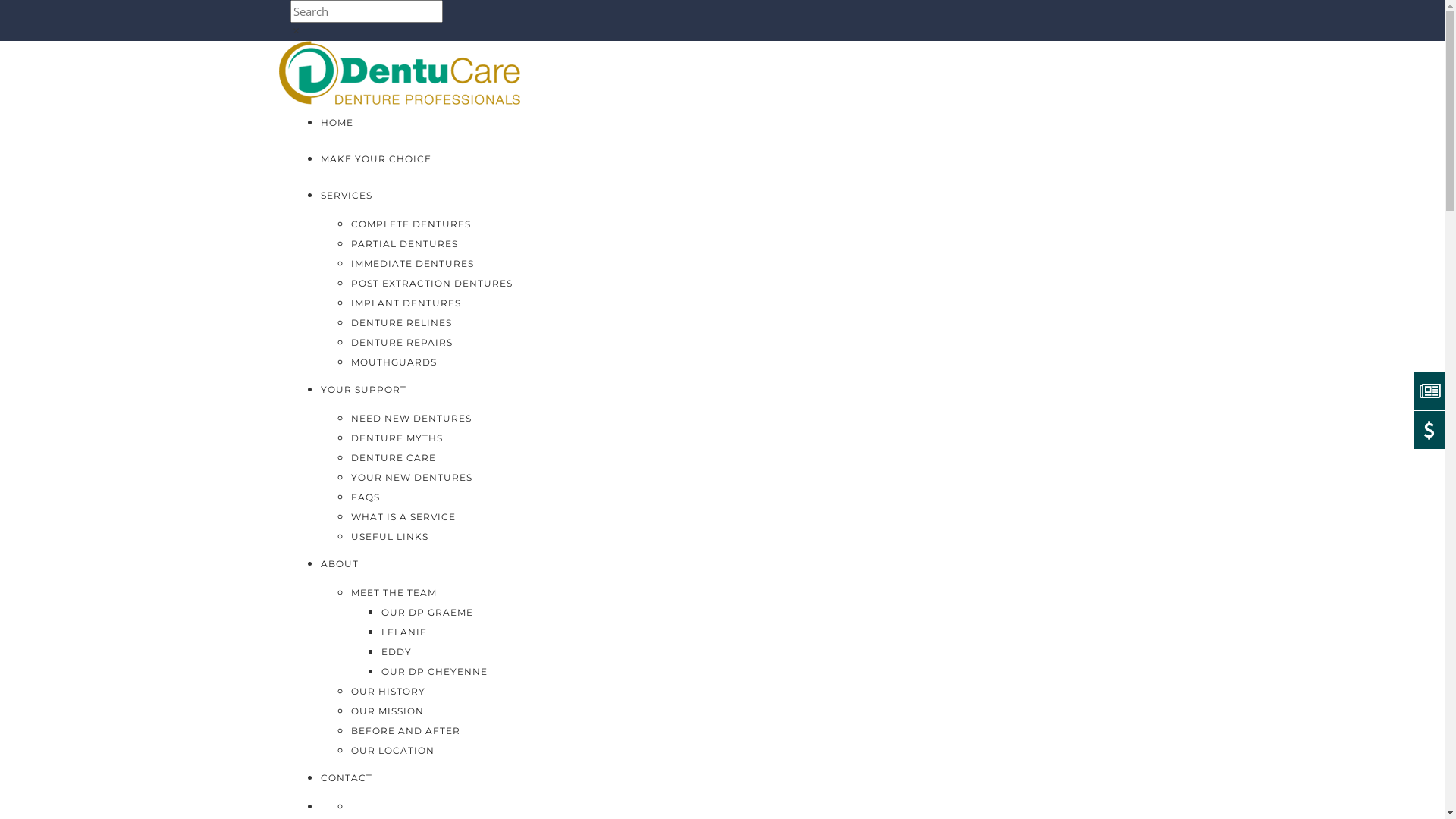 The width and height of the screenshot is (1456, 819). Describe the element at coordinates (404, 730) in the screenshot. I see `'BEFORE AND AFTER'` at that location.